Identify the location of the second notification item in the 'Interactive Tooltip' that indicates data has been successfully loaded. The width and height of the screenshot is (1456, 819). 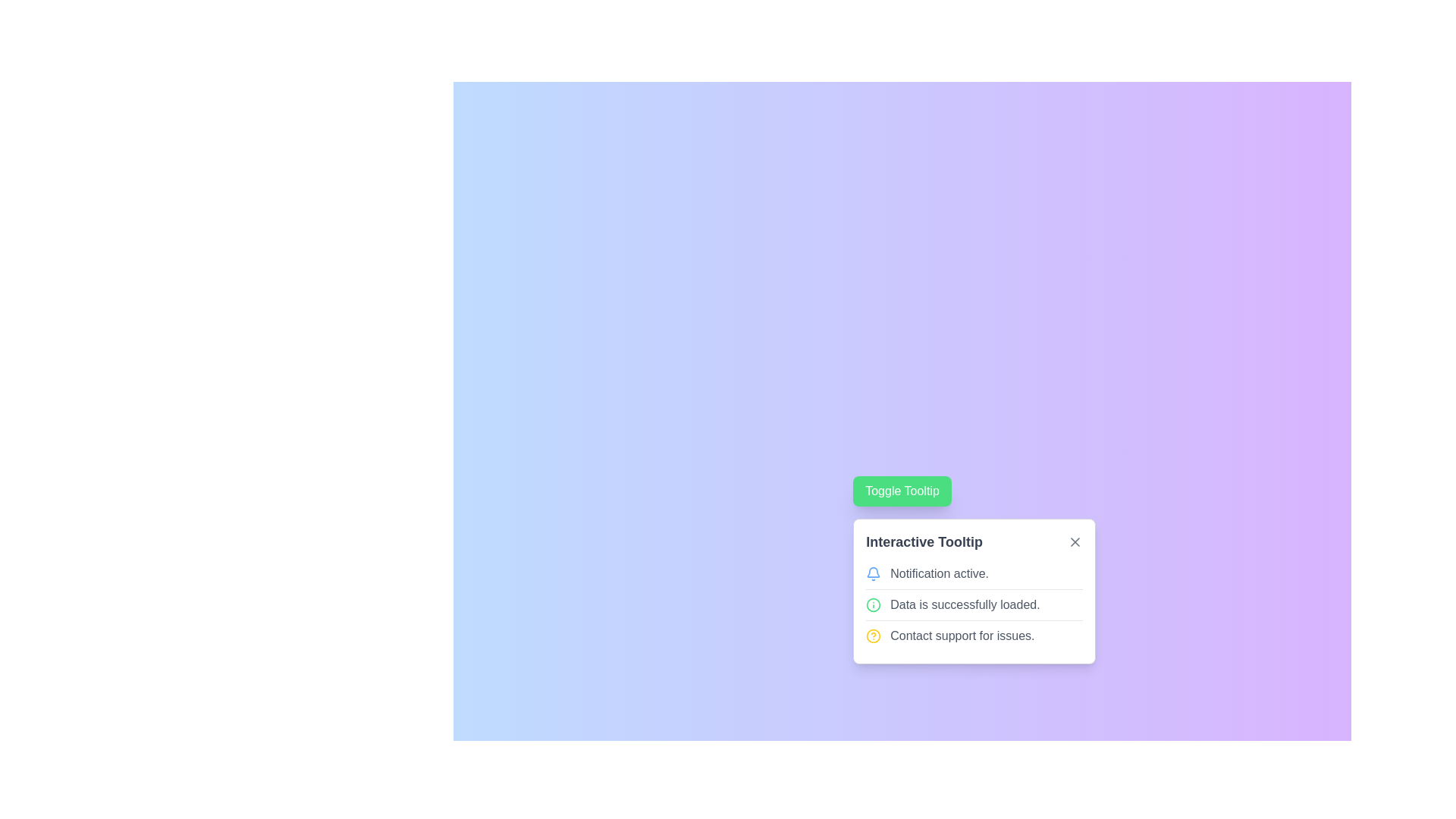
(974, 604).